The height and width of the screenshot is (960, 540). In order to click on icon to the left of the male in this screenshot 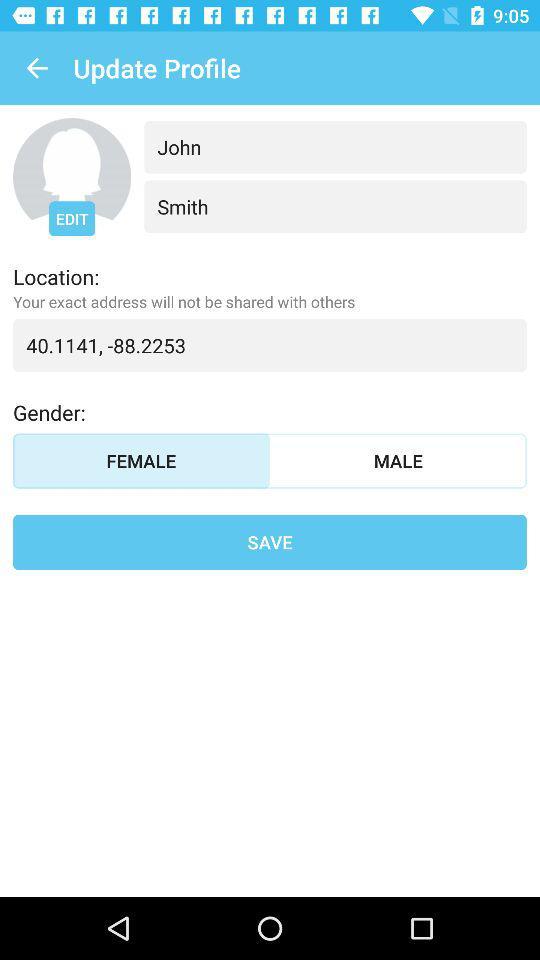, I will do `click(140, 461)`.